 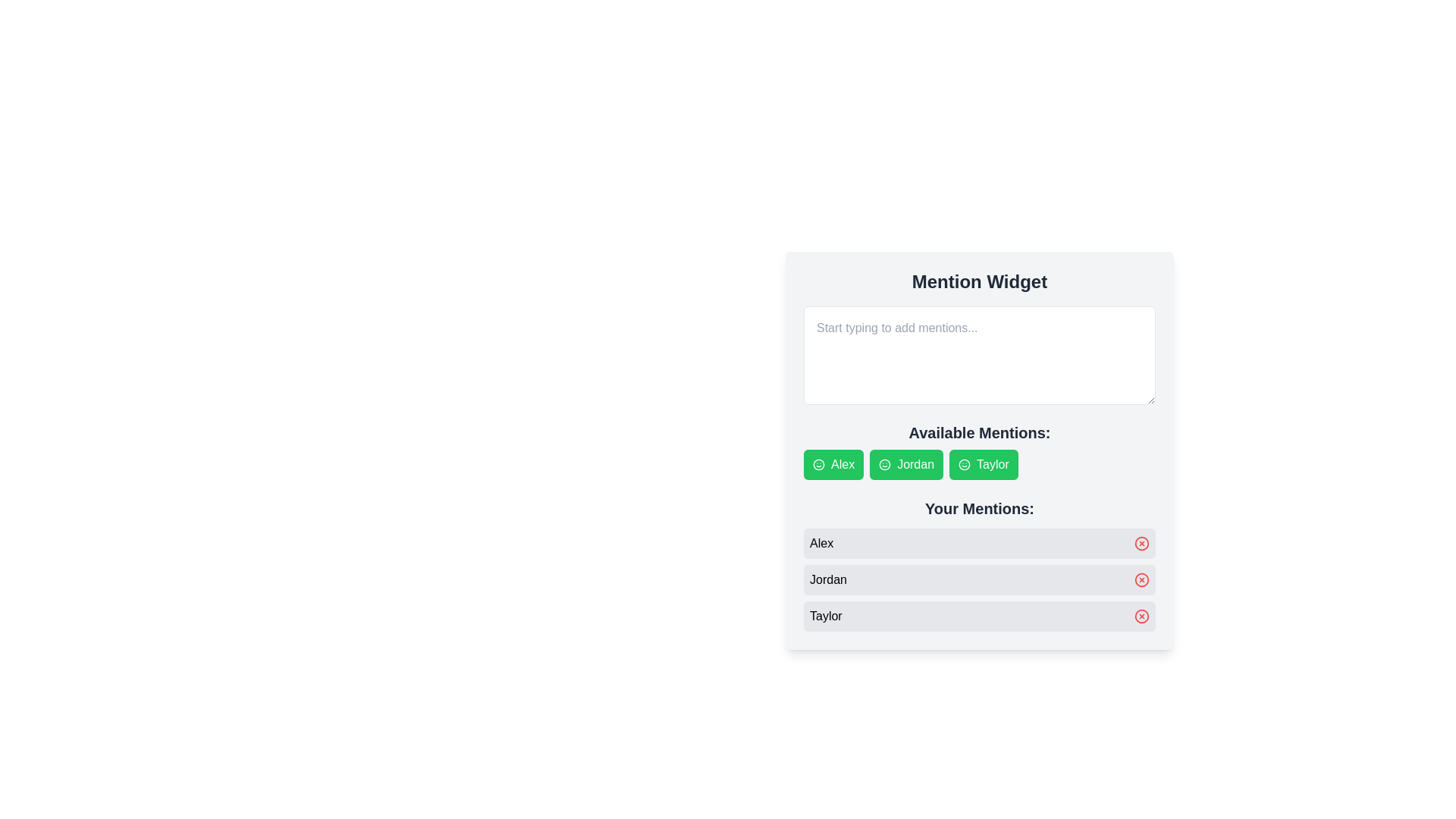 I want to click on the static text label that serves as a heading for the available mentions, positioned above the row of green buttons labeled 'Alex', 'Jordan', and 'Taylor', so click(x=979, y=432).